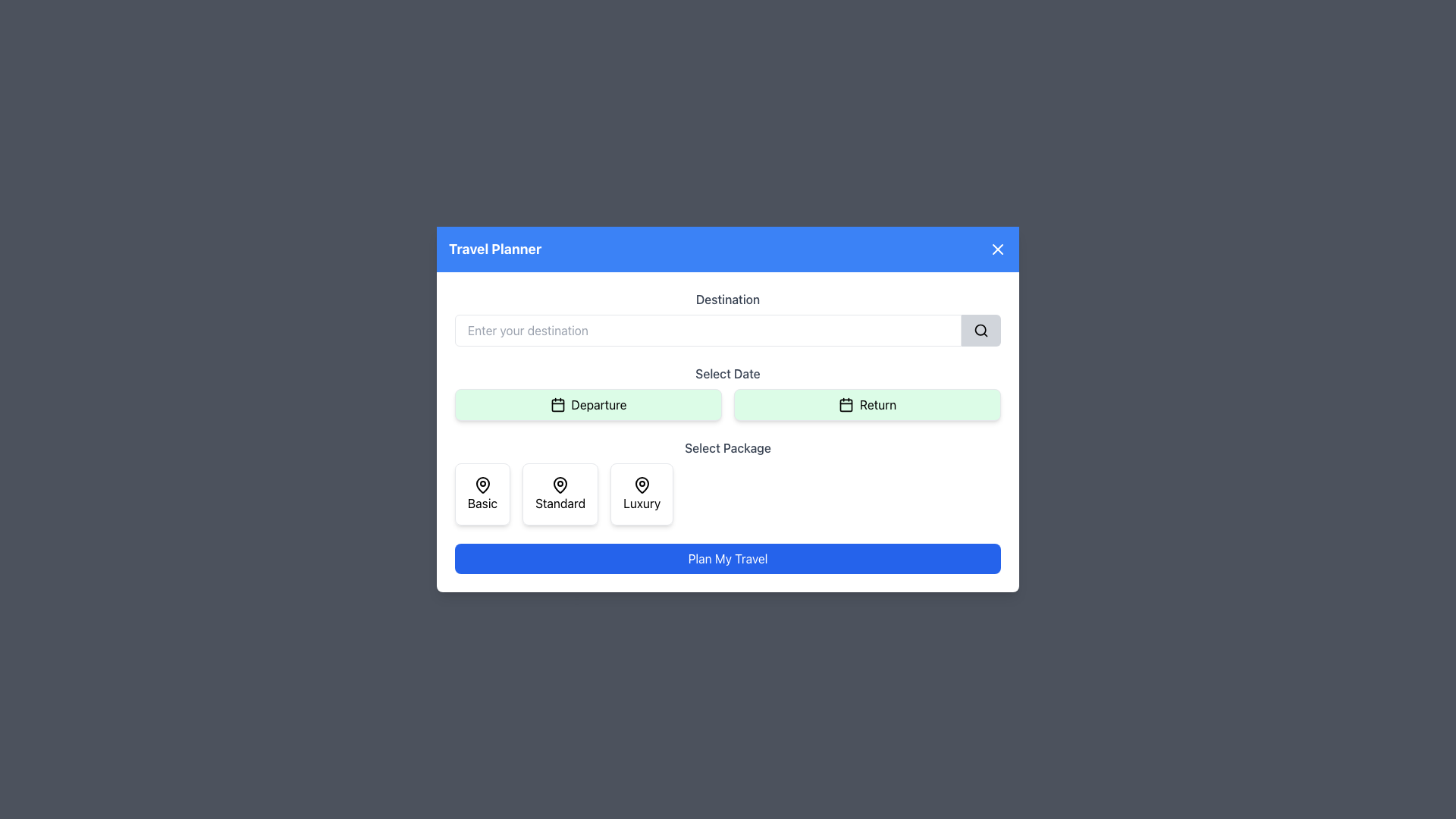 This screenshot has height=819, width=1456. Describe the element at coordinates (557, 403) in the screenshot. I see `the calendar icon located to the left of the 'Departure' text in the Select Date section of the form` at that location.